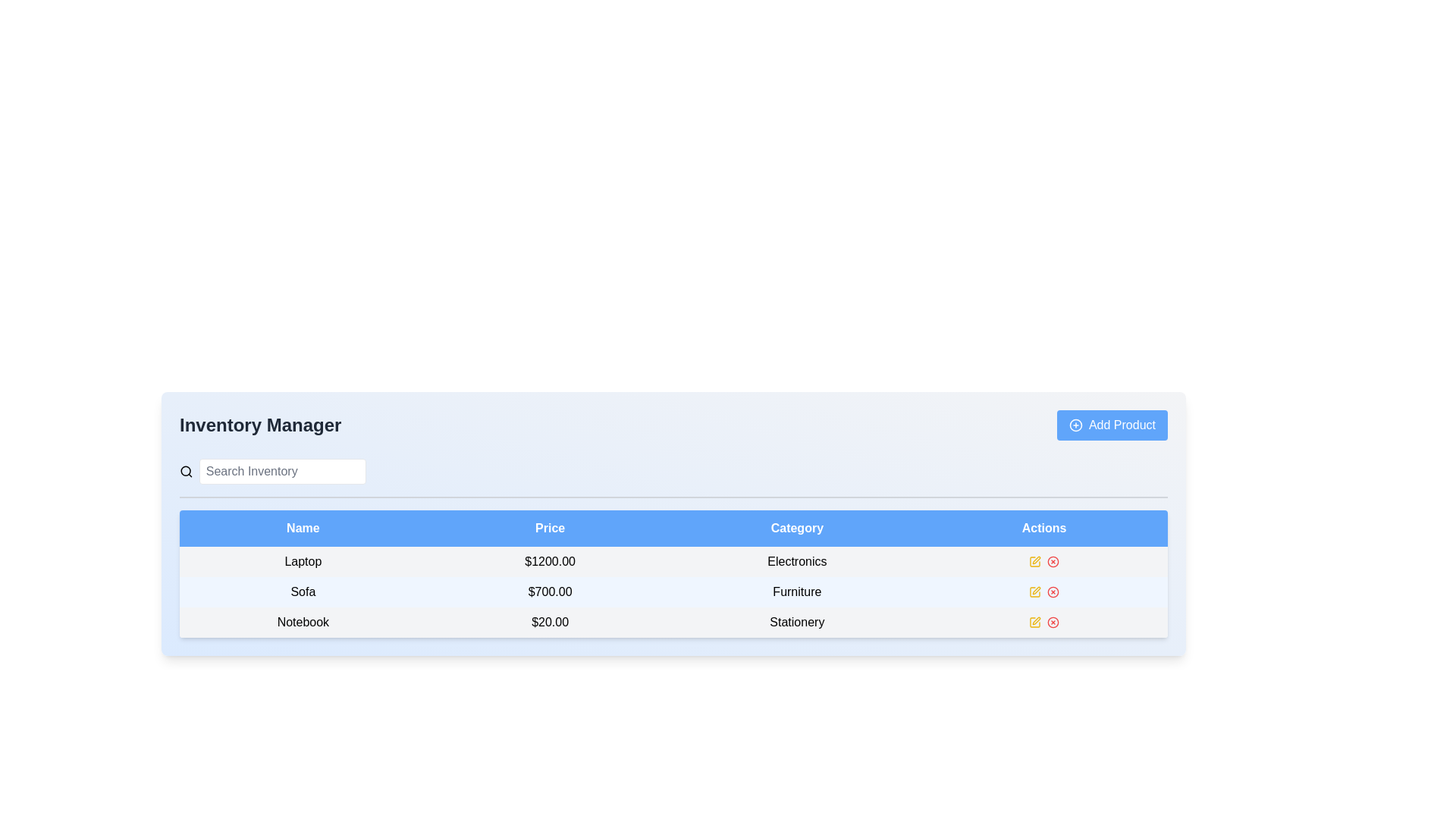 The height and width of the screenshot is (819, 1456). Describe the element at coordinates (1036, 590) in the screenshot. I see `the pen icon located in the 'Actions' column of the table representing the 'Sofa' item` at that location.